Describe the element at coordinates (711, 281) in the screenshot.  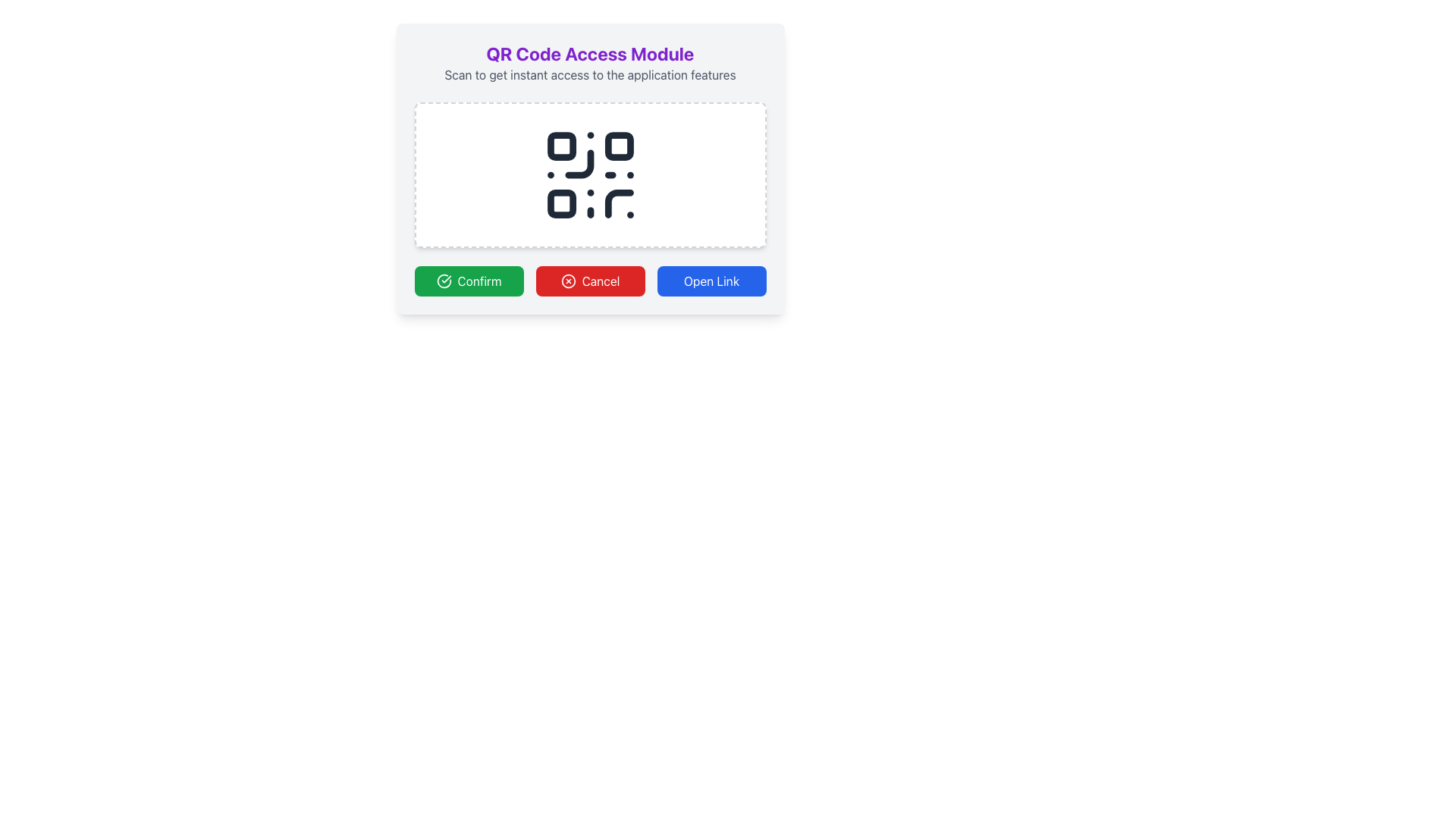
I see `the 'Open Link' button, which is a bright blue rectangular button with white bold text, located to the right of the 'Cancel' and 'Confirm' buttons` at that location.